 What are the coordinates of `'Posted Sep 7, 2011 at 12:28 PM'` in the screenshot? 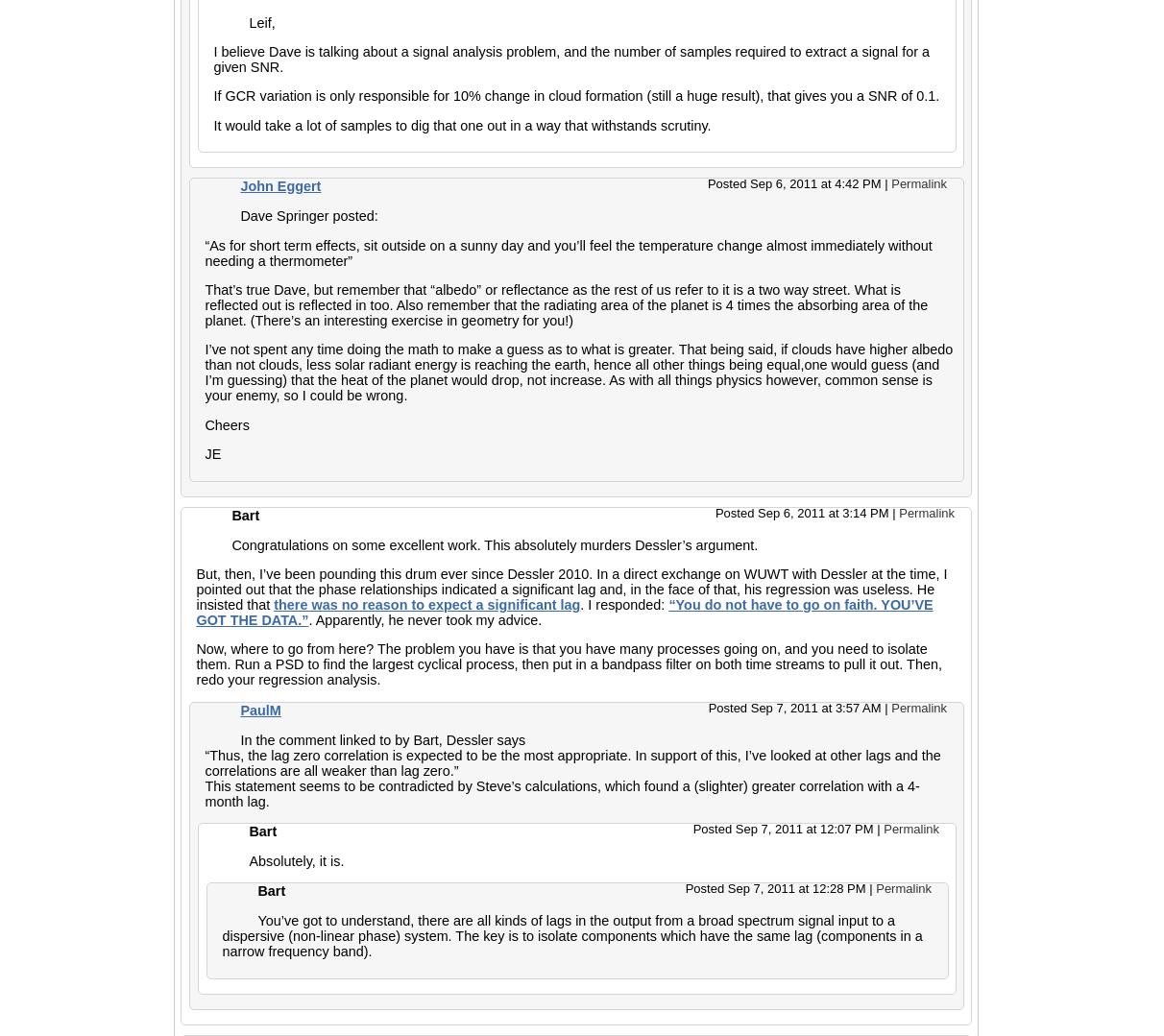 It's located at (776, 888).